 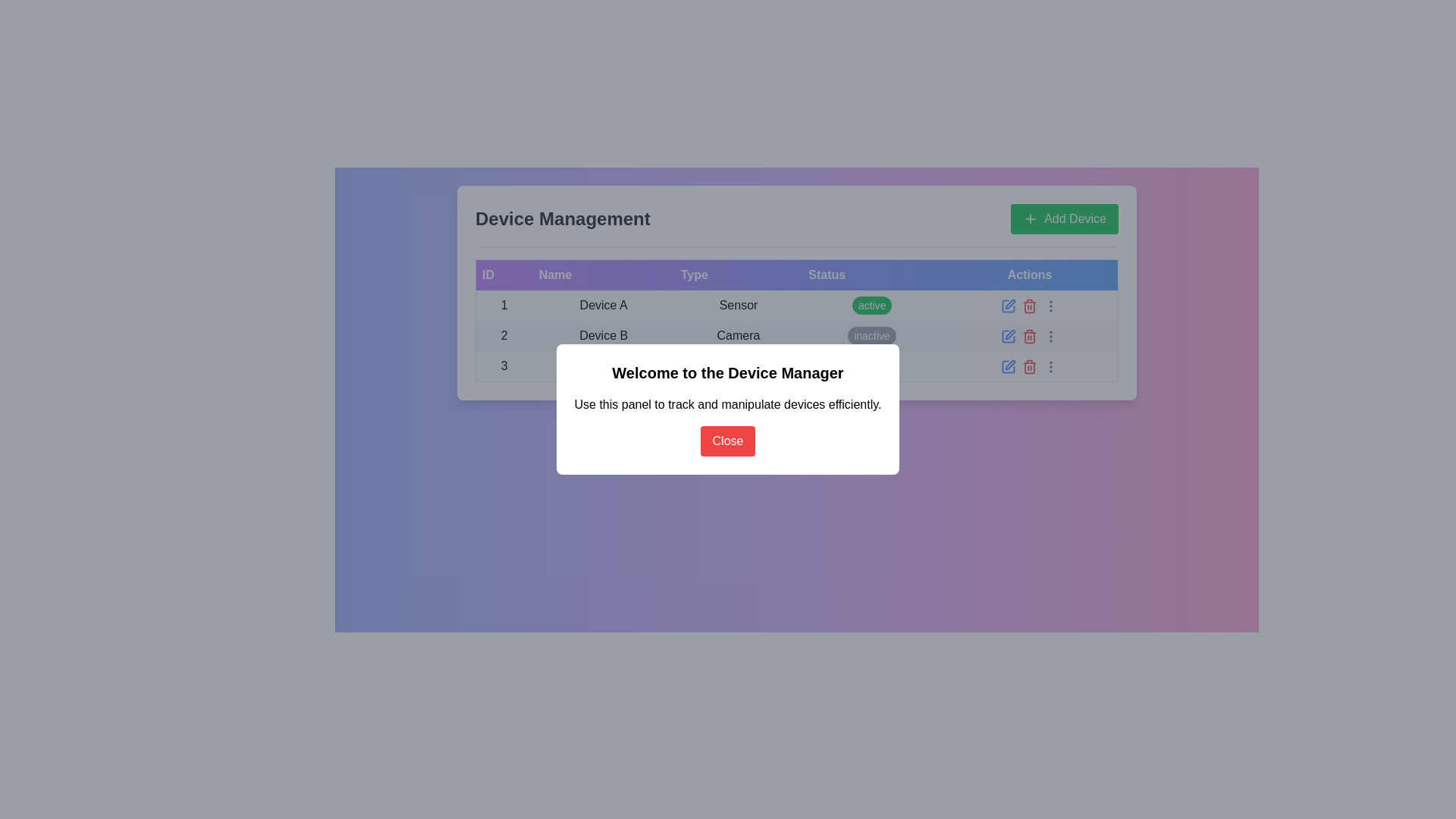 I want to click on the edit icon button located in the Actions column of the table for Device B to initiate an edit action, so click(x=1009, y=333).